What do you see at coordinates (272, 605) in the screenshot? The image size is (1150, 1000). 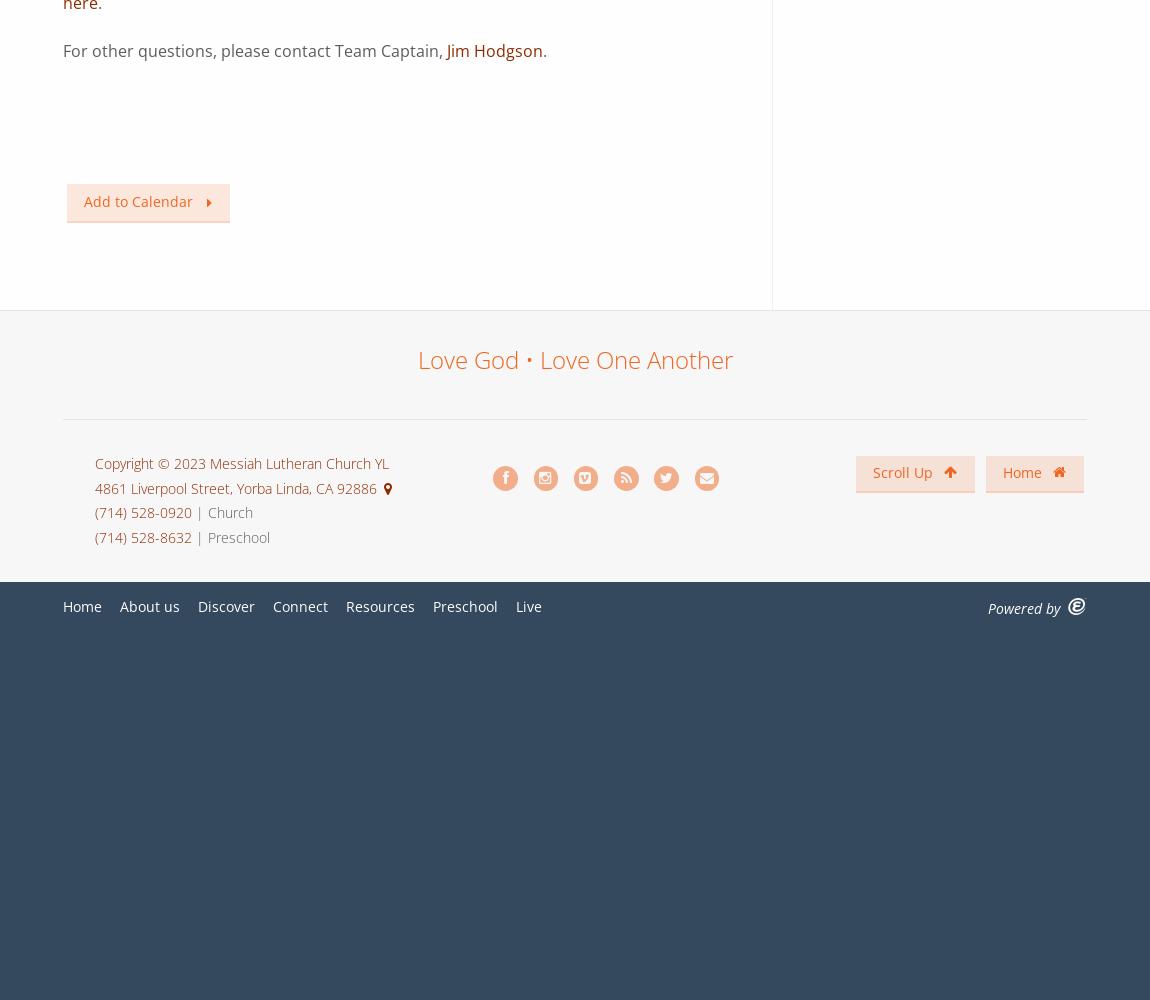 I see `'Connect'` at bounding box center [272, 605].